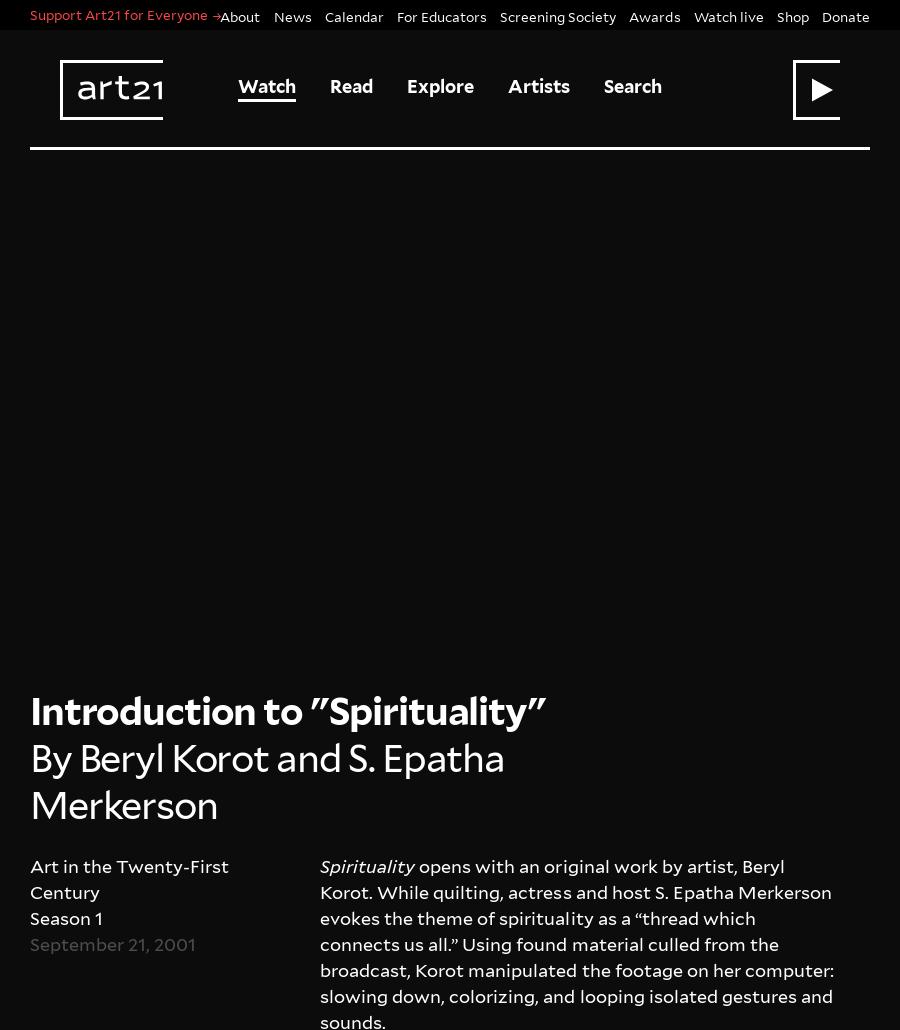 The width and height of the screenshot is (900, 1030). What do you see at coordinates (344, 891) in the screenshot?
I see `'TikTok'` at bounding box center [344, 891].